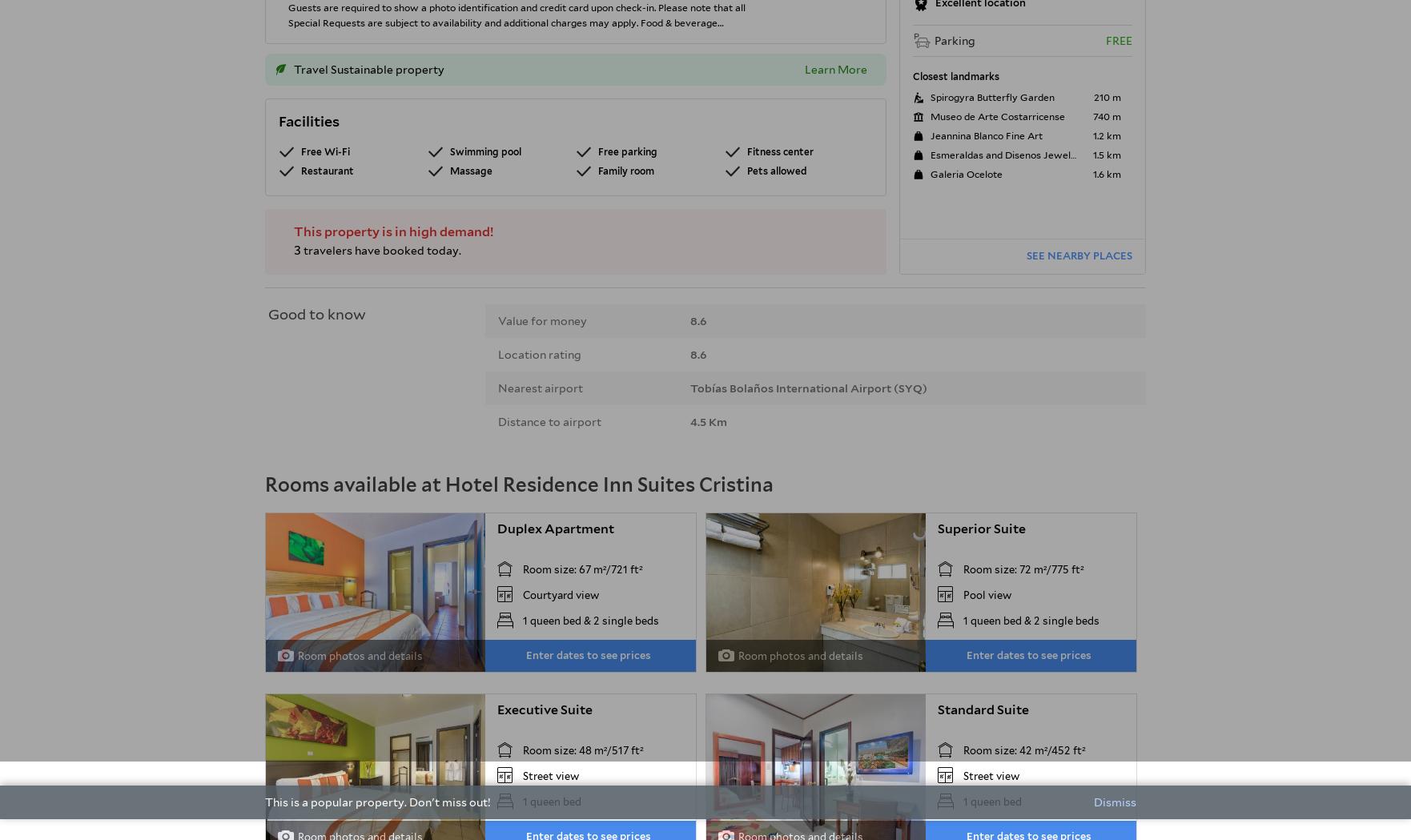 Image resolution: width=1411 pixels, height=840 pixels. I want to click on 'Travel Sustainable property', so click(368, 68).